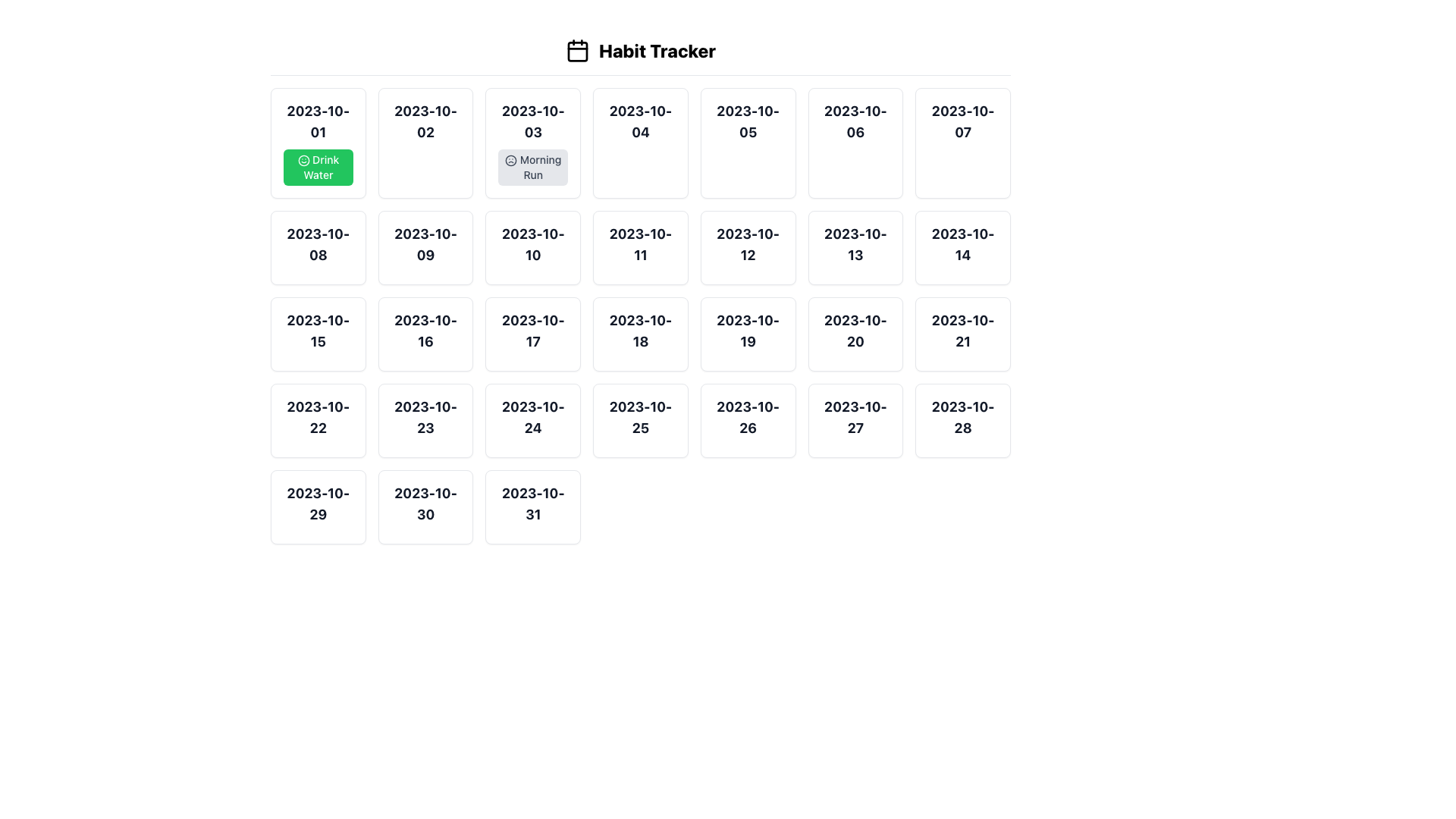  I want to click on the Calendar date card representing the date '2023-10-24', located in the fourth row and third column of the grid view, so click(533, 421).